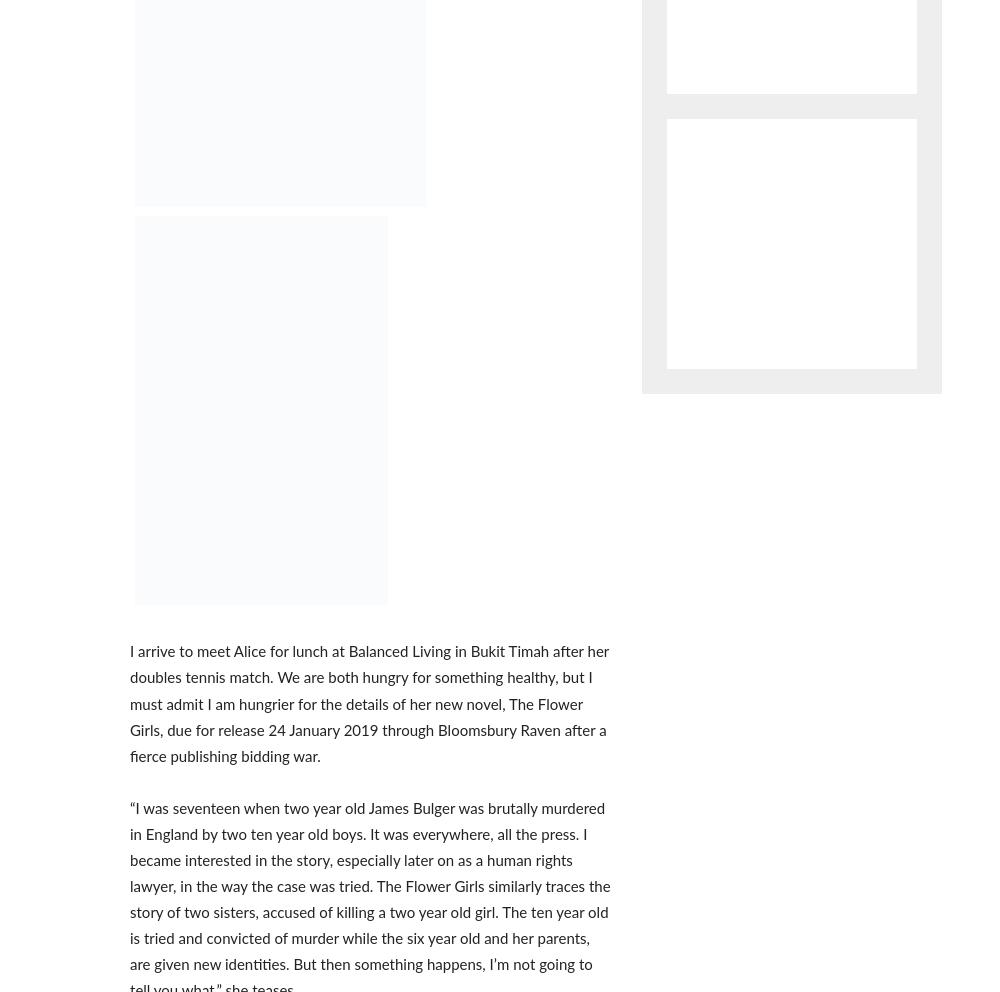  What do you see at coordinates (130, 476) in the screenshot?
I see `'Australian High Commission: A fond farewell'` at bounding box center [130, 476].